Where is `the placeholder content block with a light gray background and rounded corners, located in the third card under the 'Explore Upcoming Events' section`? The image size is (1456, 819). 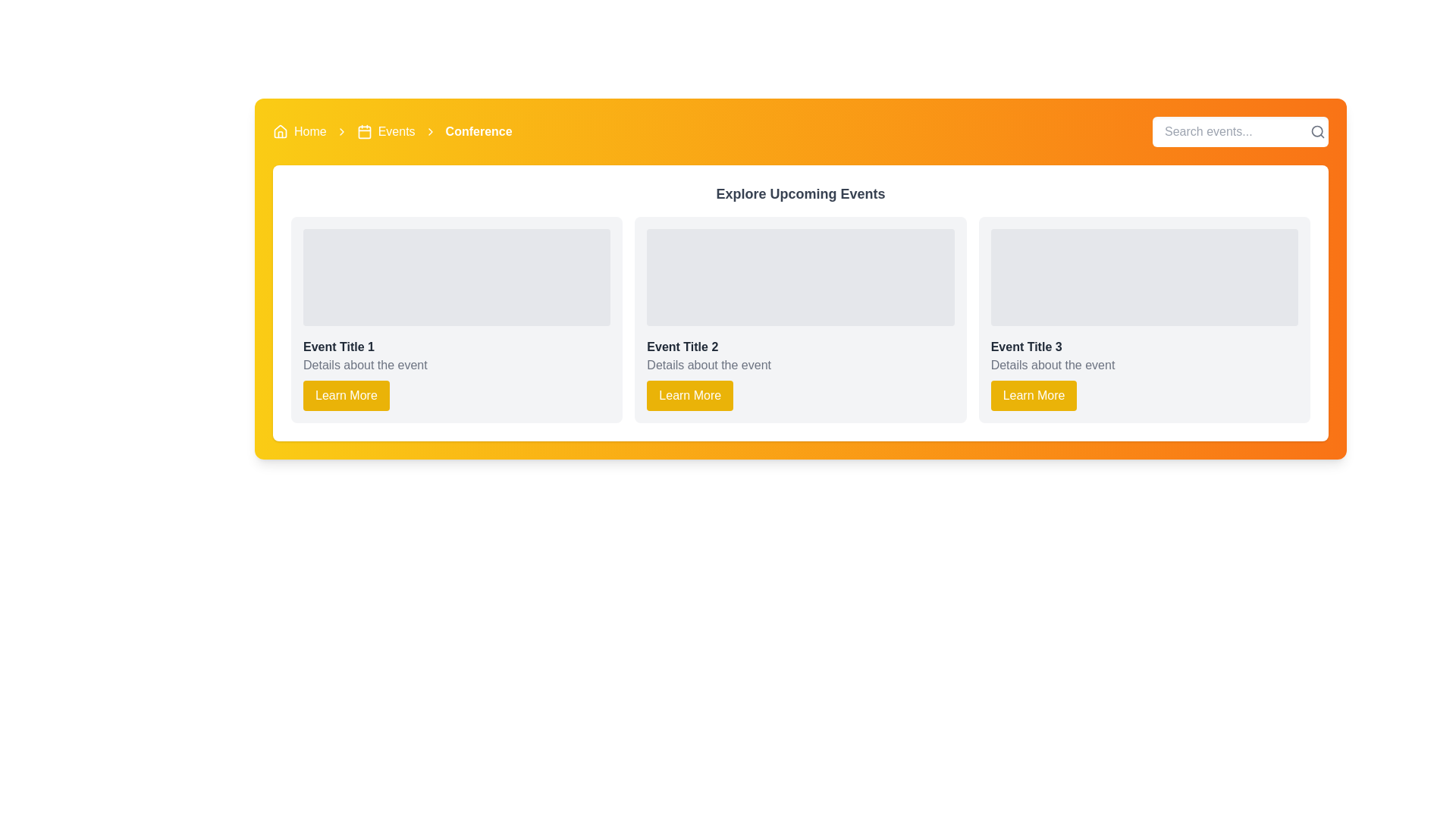 the placeholder content block with a light gray background and rounded corners, located in the third card under the 'Explore Upcoming Events' section is located at coordinates (1144, 278).